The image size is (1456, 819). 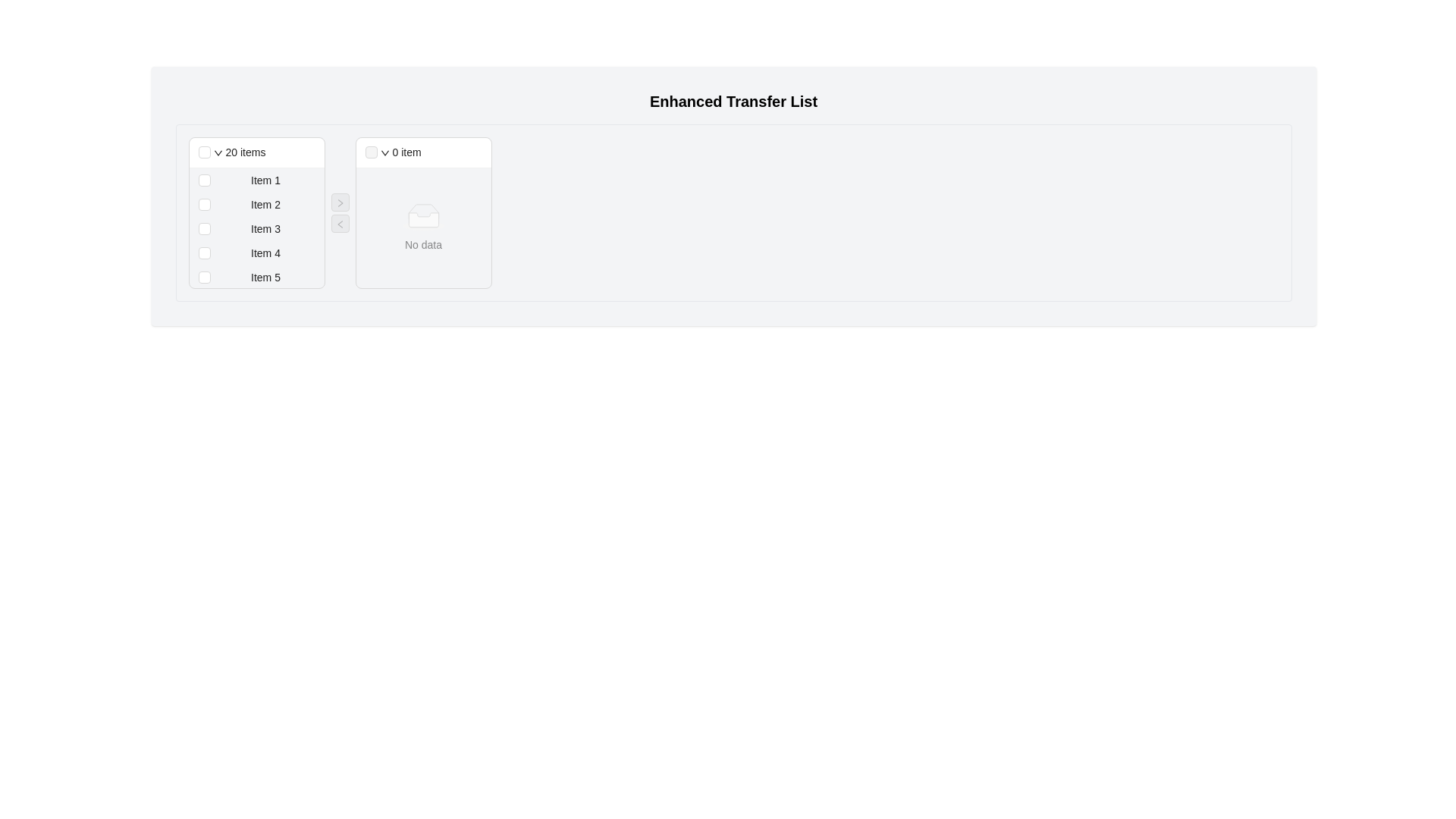 What do you see at coordinates (384, 153) in the screenshot?
I see `the downward-pointing arrow icon of the Dropdown trigger located in the right transfer list header` at bounding box center [384, 153].